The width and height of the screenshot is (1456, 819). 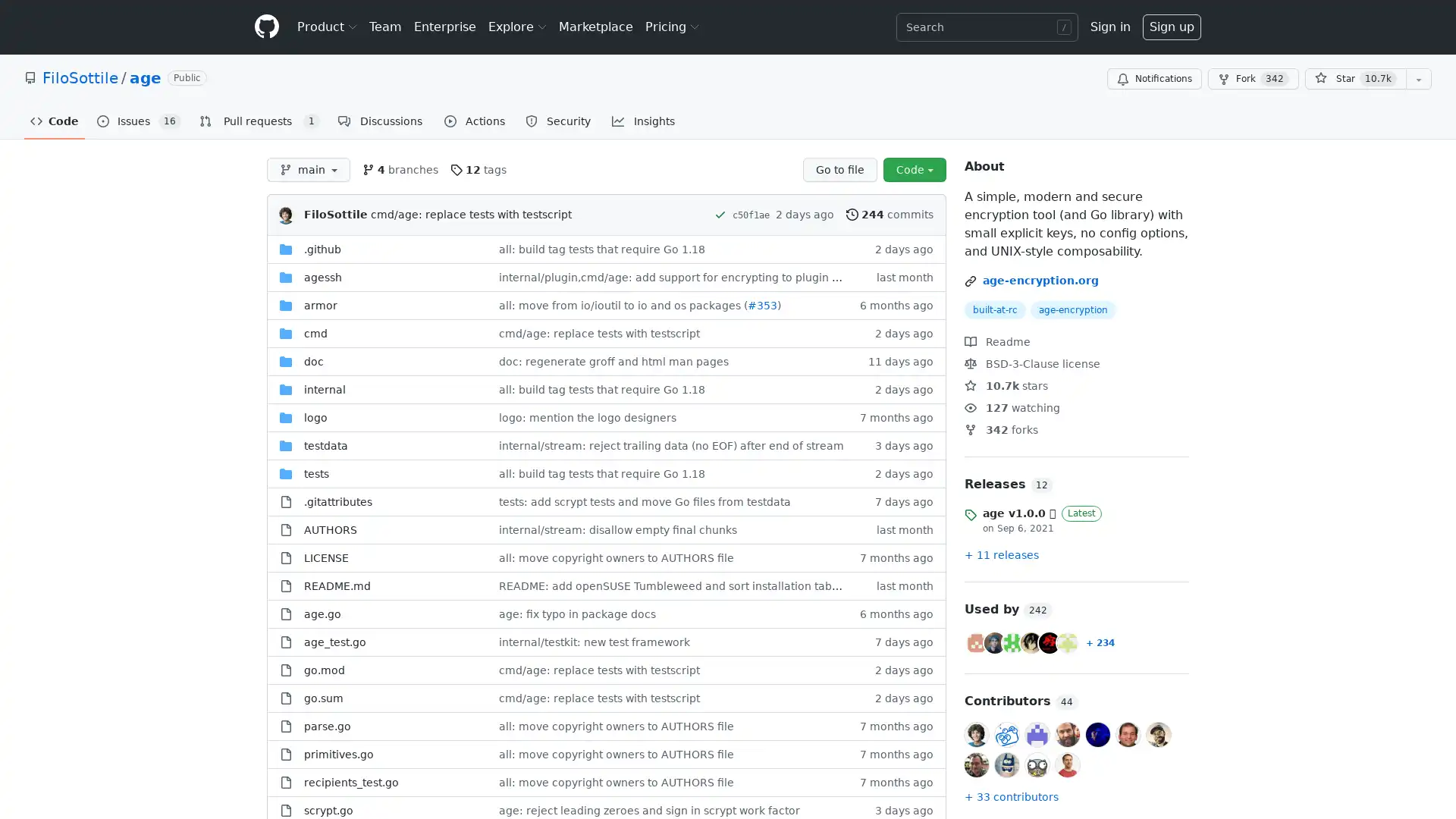 What do you see at coordinates (1418, 79) in the screenshot?
I see `You must be signed in to add this repository to a list` at bounding box center [1418, 79].